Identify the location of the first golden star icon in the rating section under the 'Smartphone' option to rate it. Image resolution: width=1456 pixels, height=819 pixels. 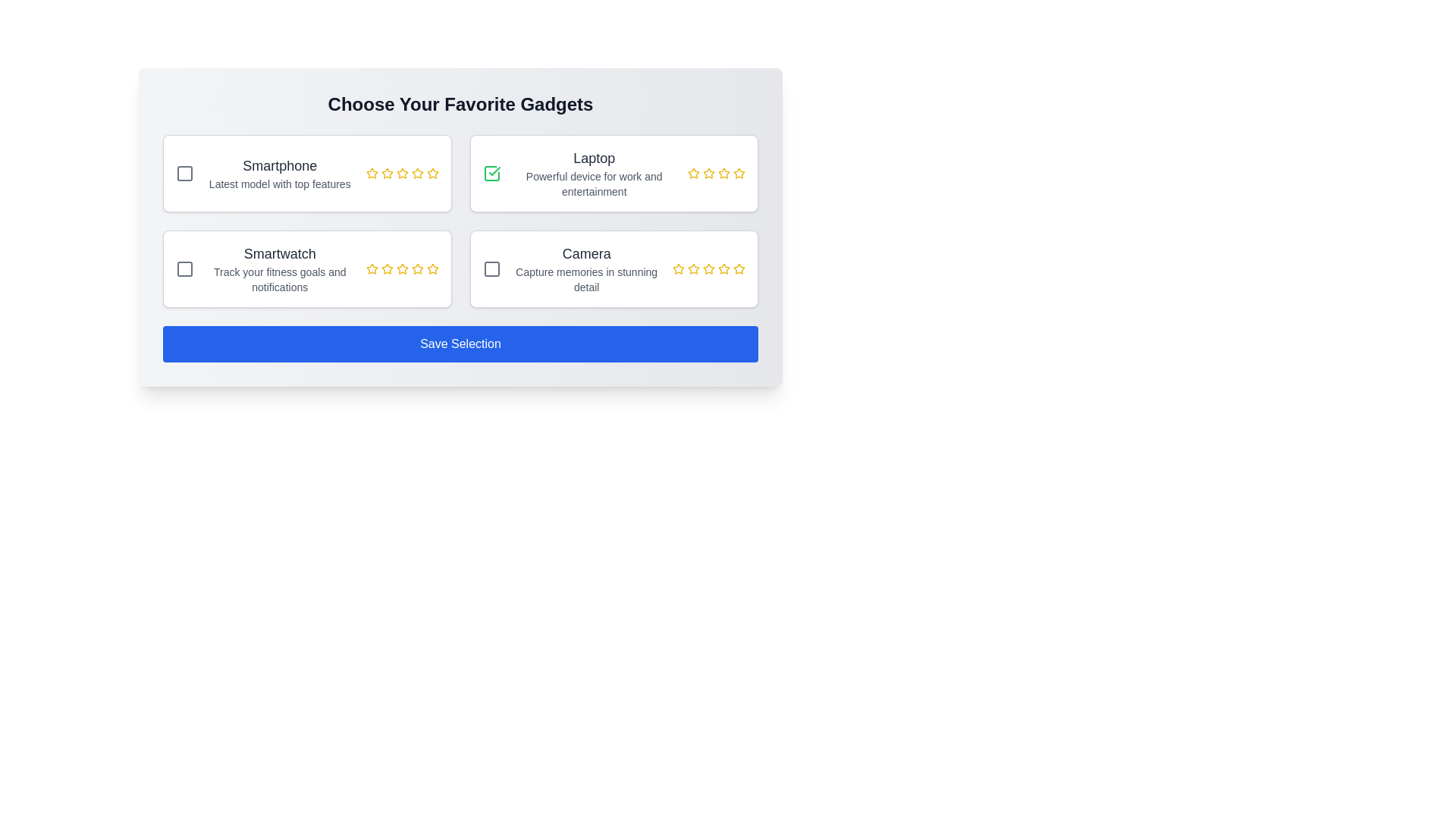
(372, 172).